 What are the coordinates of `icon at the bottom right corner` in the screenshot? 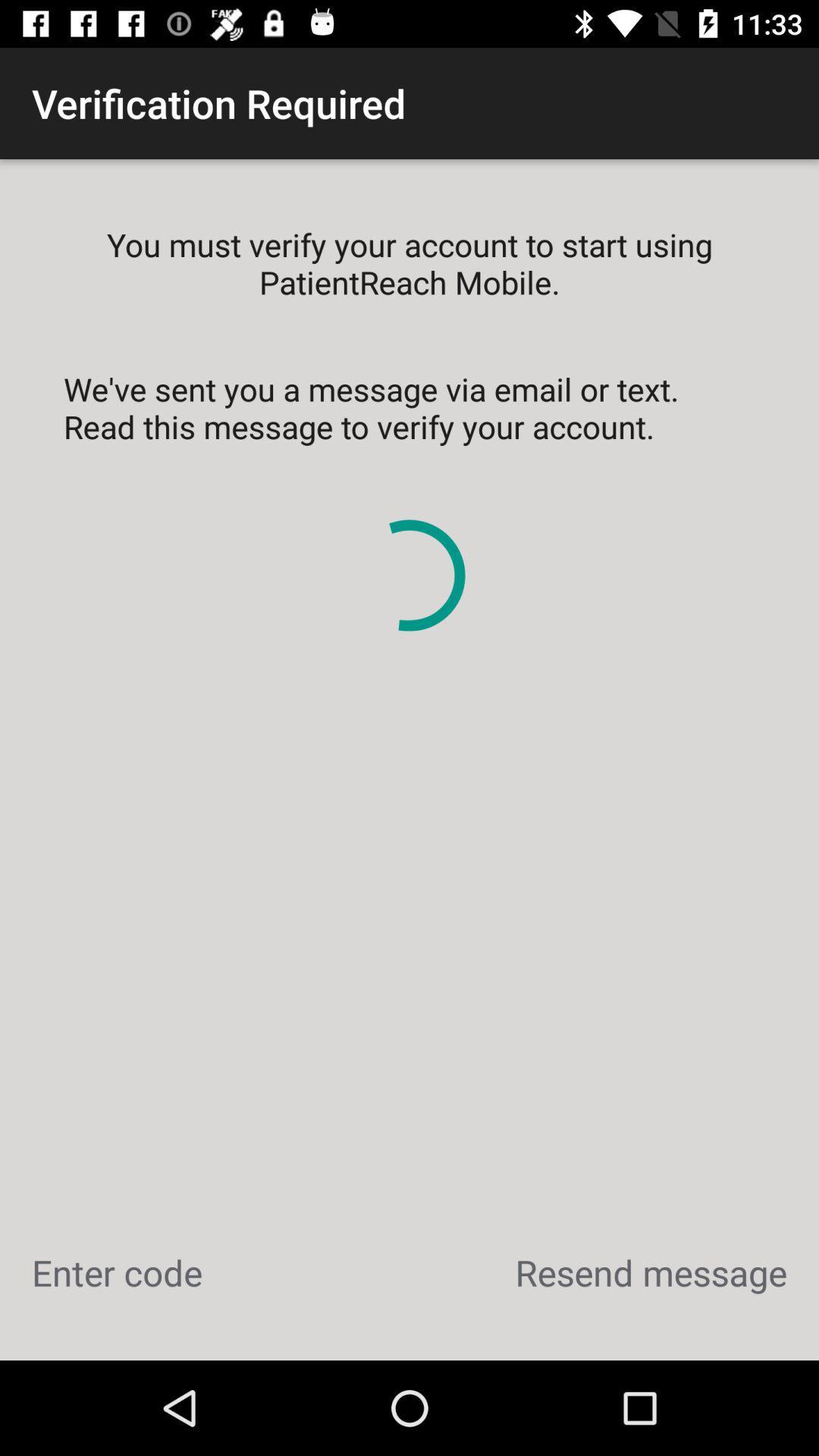 It's located at (650, 1272).